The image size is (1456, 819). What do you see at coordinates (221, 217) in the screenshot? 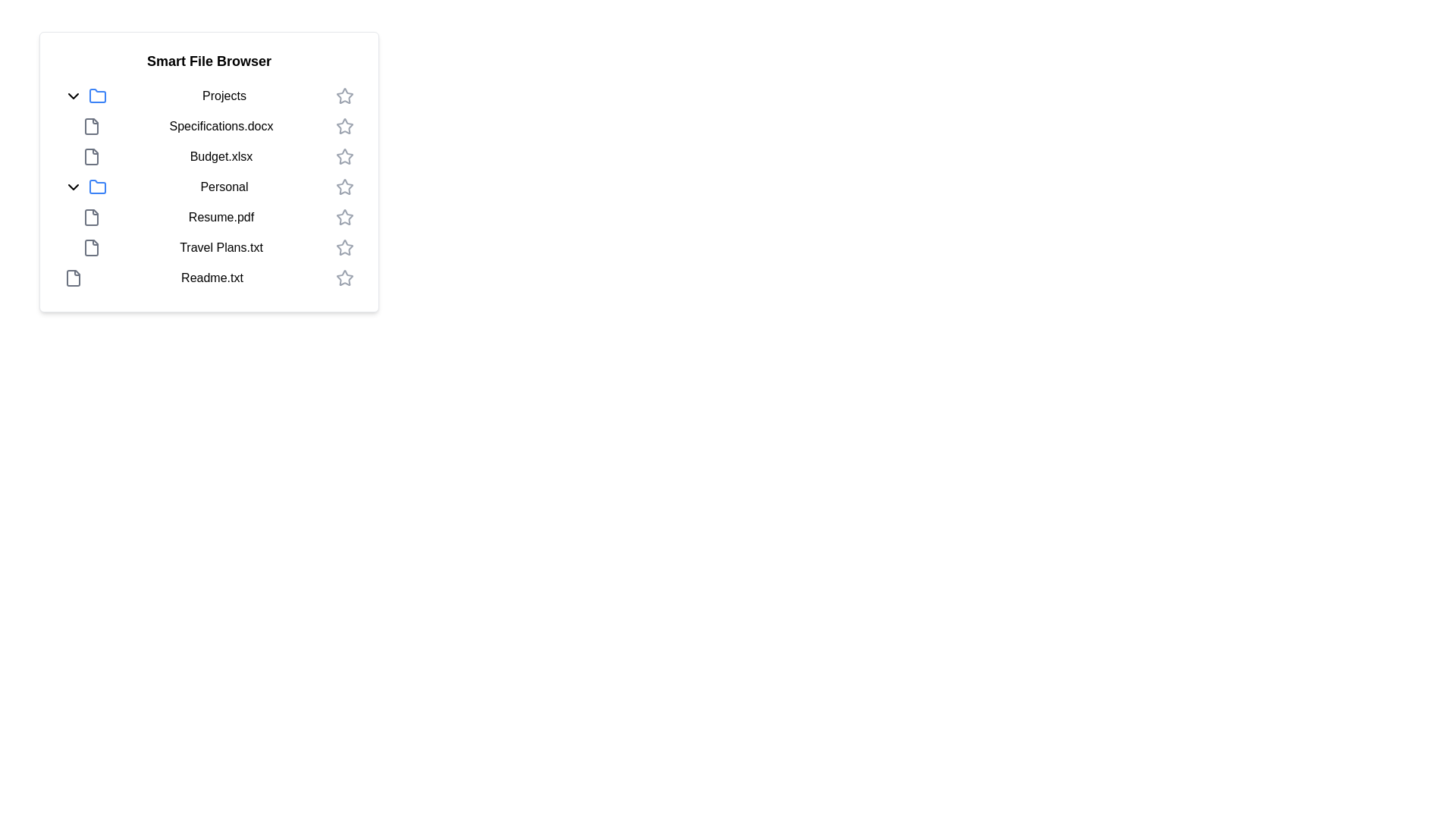
I see `the text label 'Resume.pdf' located under the 'Personal' folder section, positioned as the second entry after the file icon` at bounding box center [221, 217].